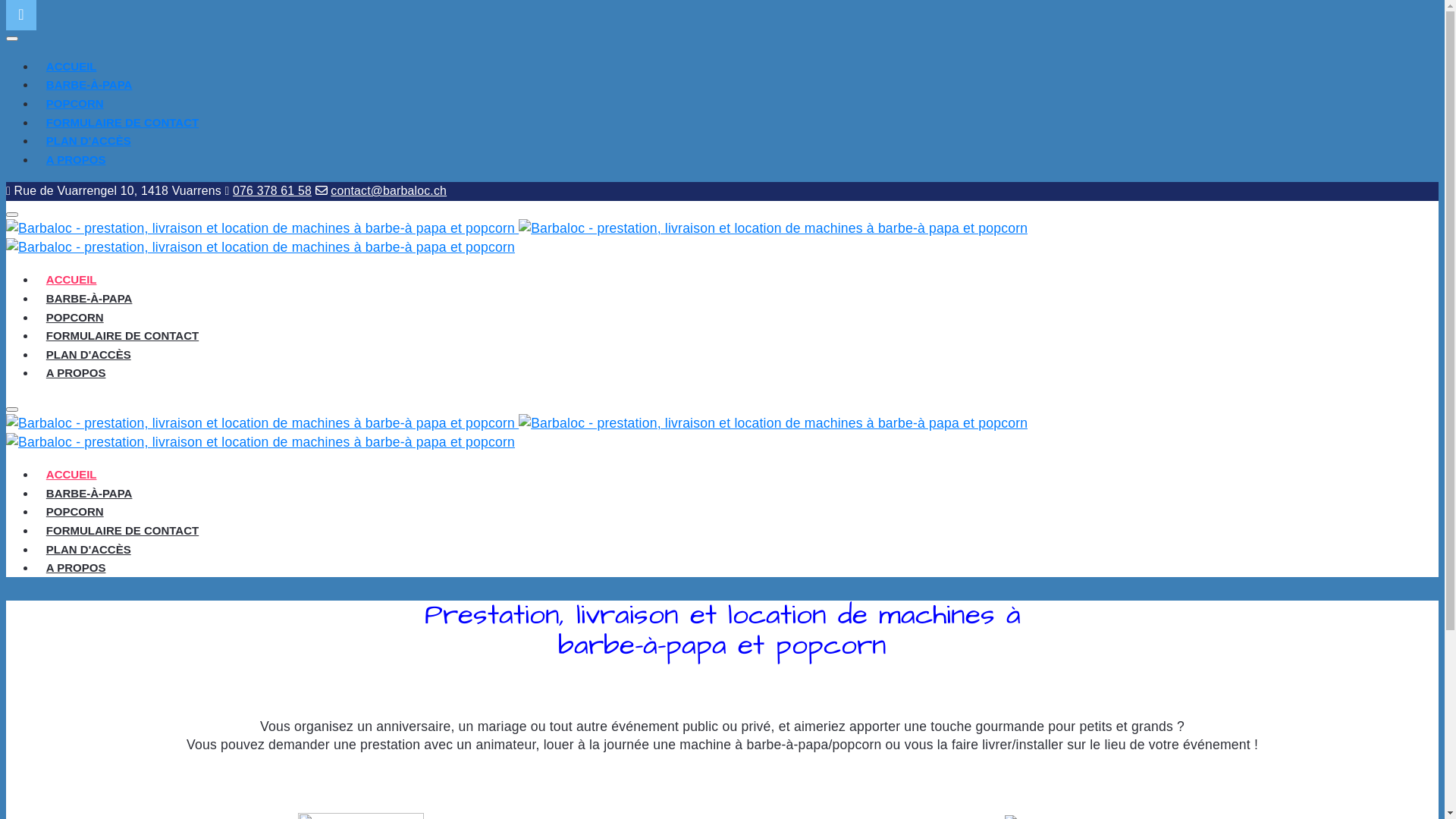  What do you see at coordinates (36, 567) in the screenshot?
I see `'A PROPOS'` at bounding box center [36, 567].